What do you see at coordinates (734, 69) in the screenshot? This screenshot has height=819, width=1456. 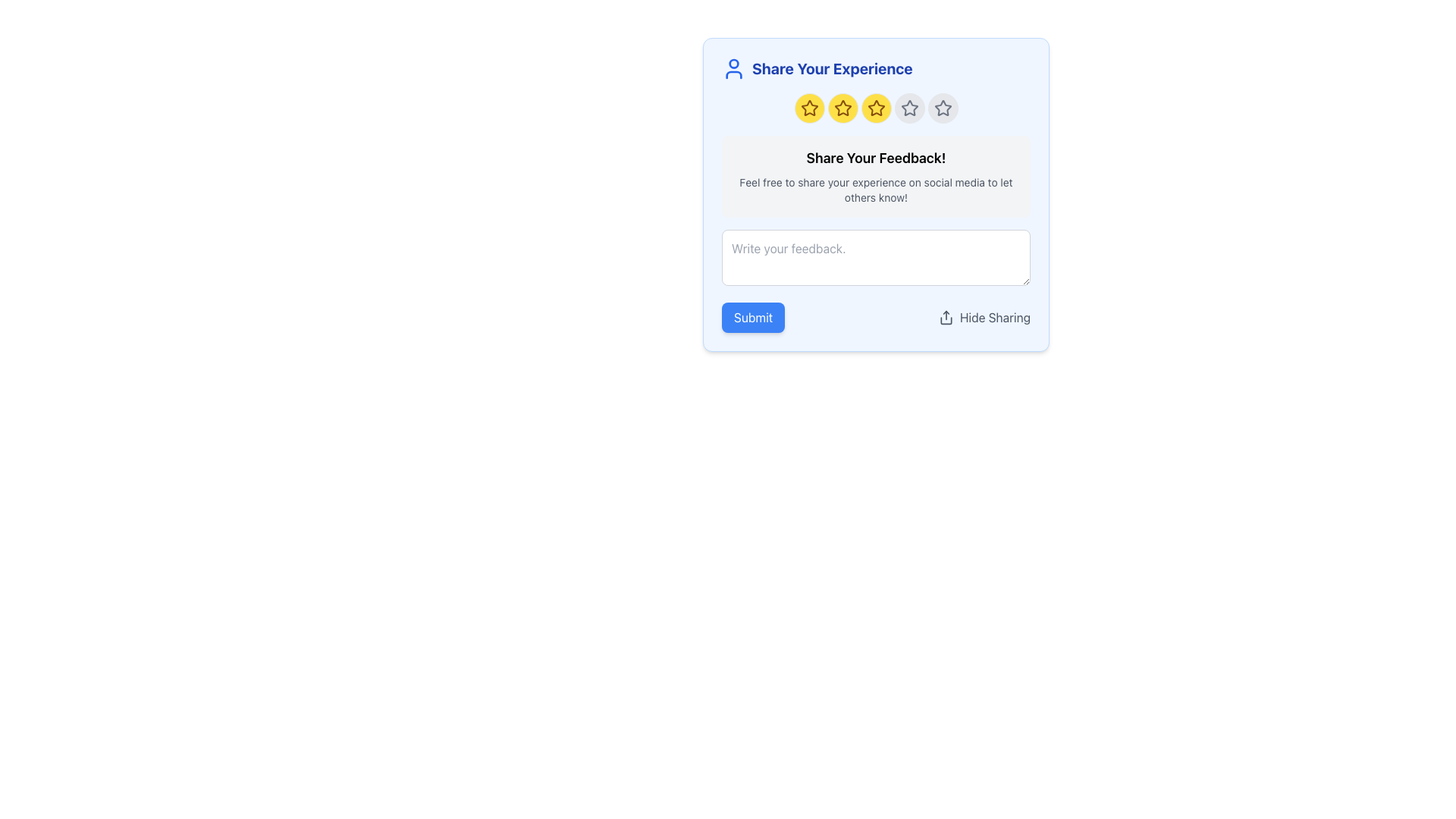 I see `the user profile icon located in the top-left corner of the 'Share Your Experience' section for aesthetic purposes` at bounding box center [734, 69].